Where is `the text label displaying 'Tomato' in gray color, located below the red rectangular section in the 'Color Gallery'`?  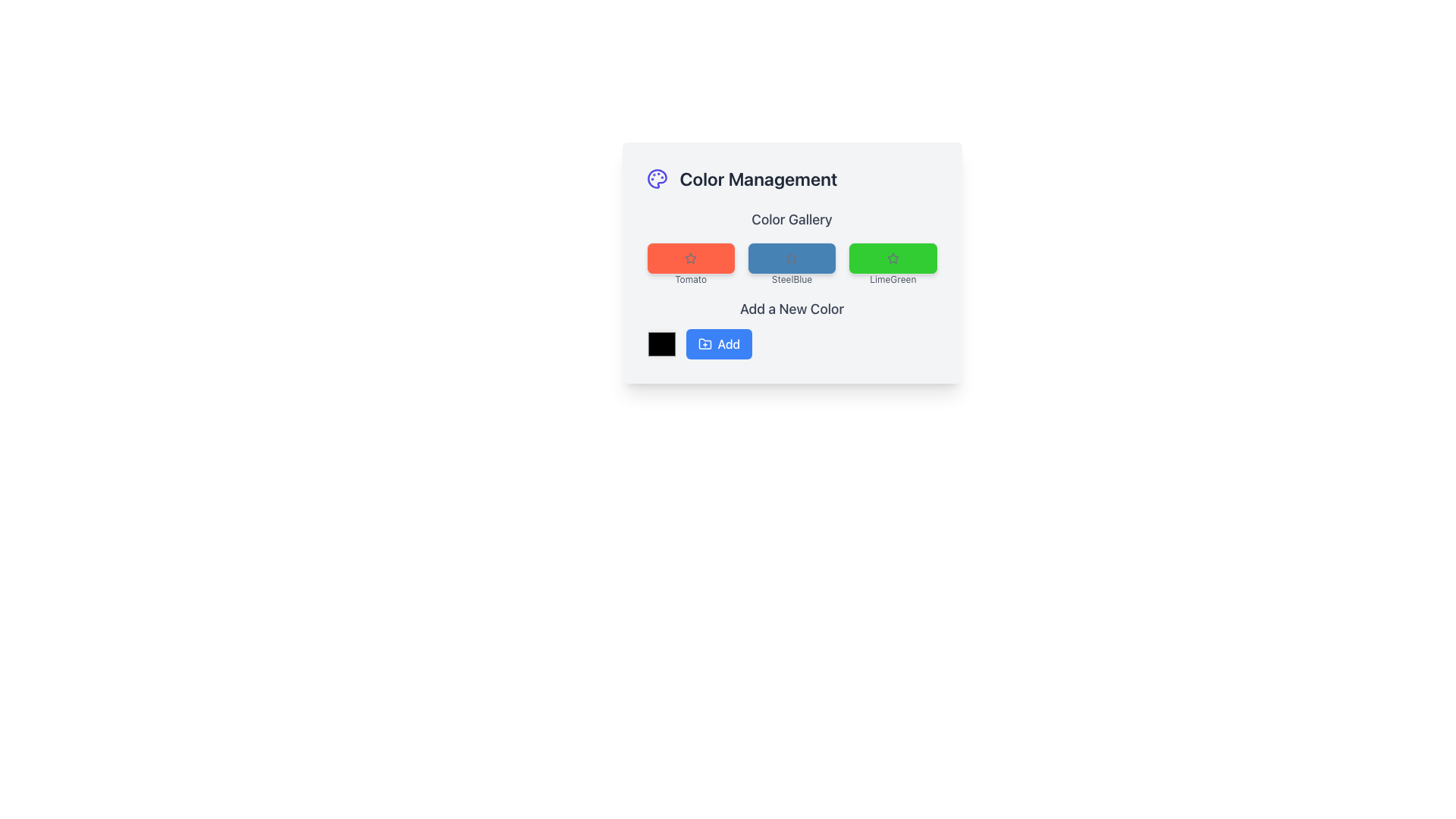
the text label displaying 'Tomato' in gray color, located below the red rectangular section in the 'Color Gallery' is located at coordinates (690, 280).